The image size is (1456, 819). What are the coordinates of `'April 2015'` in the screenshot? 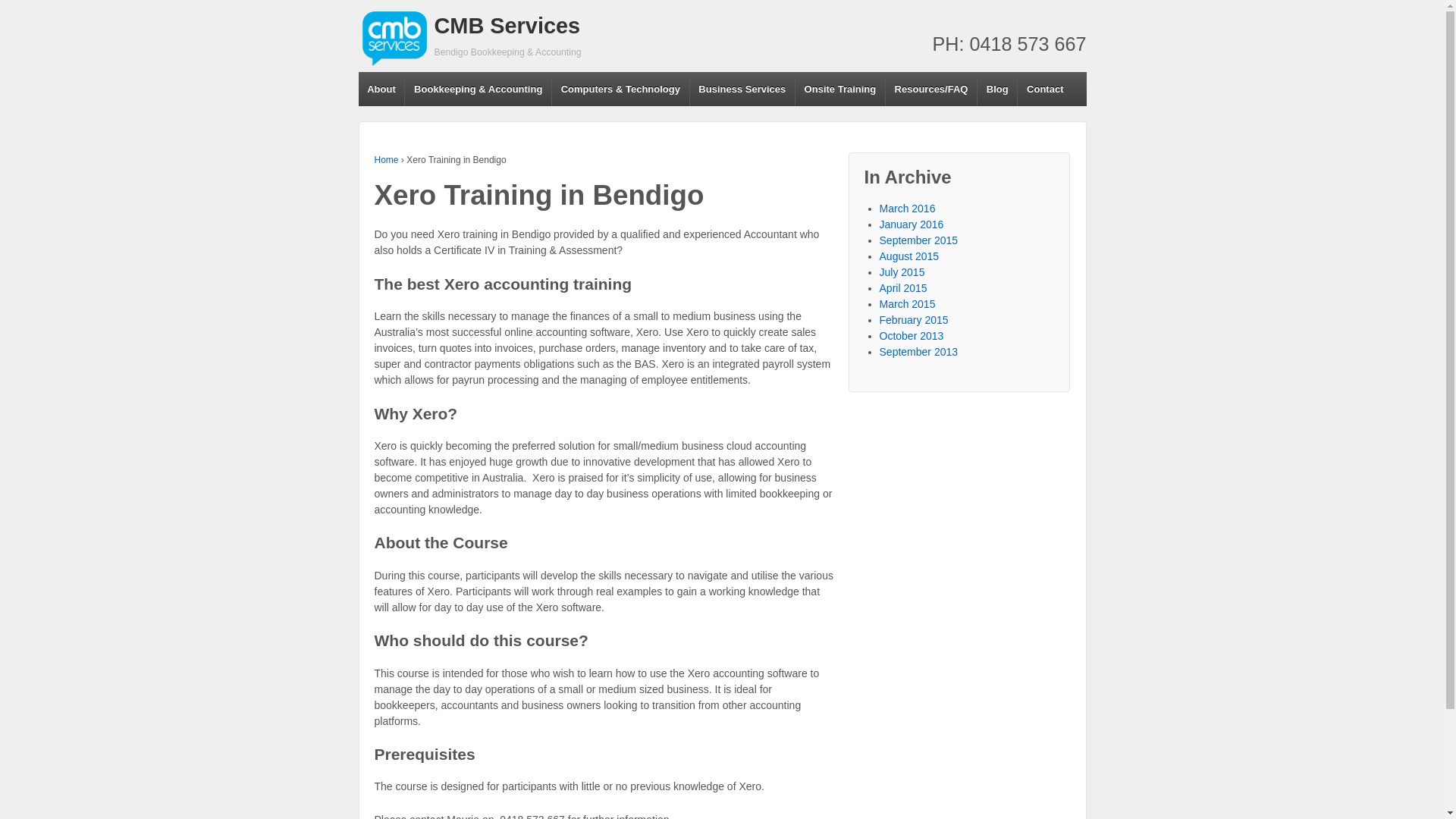 It's located at (903, 288).